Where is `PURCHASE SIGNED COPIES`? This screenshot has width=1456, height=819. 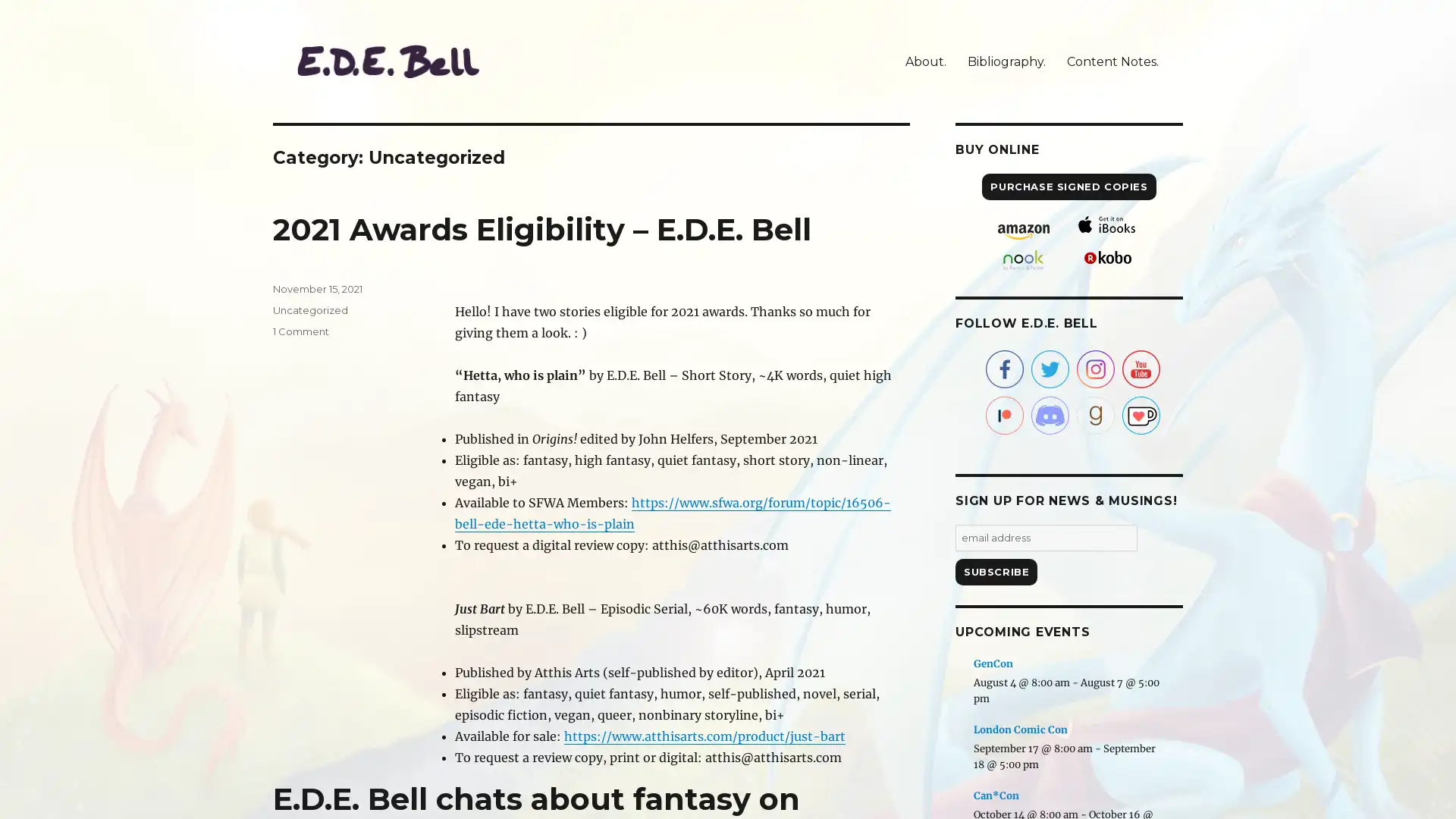
PURCHASE SIGNED COPIES is located at coordinates (1068, 186).